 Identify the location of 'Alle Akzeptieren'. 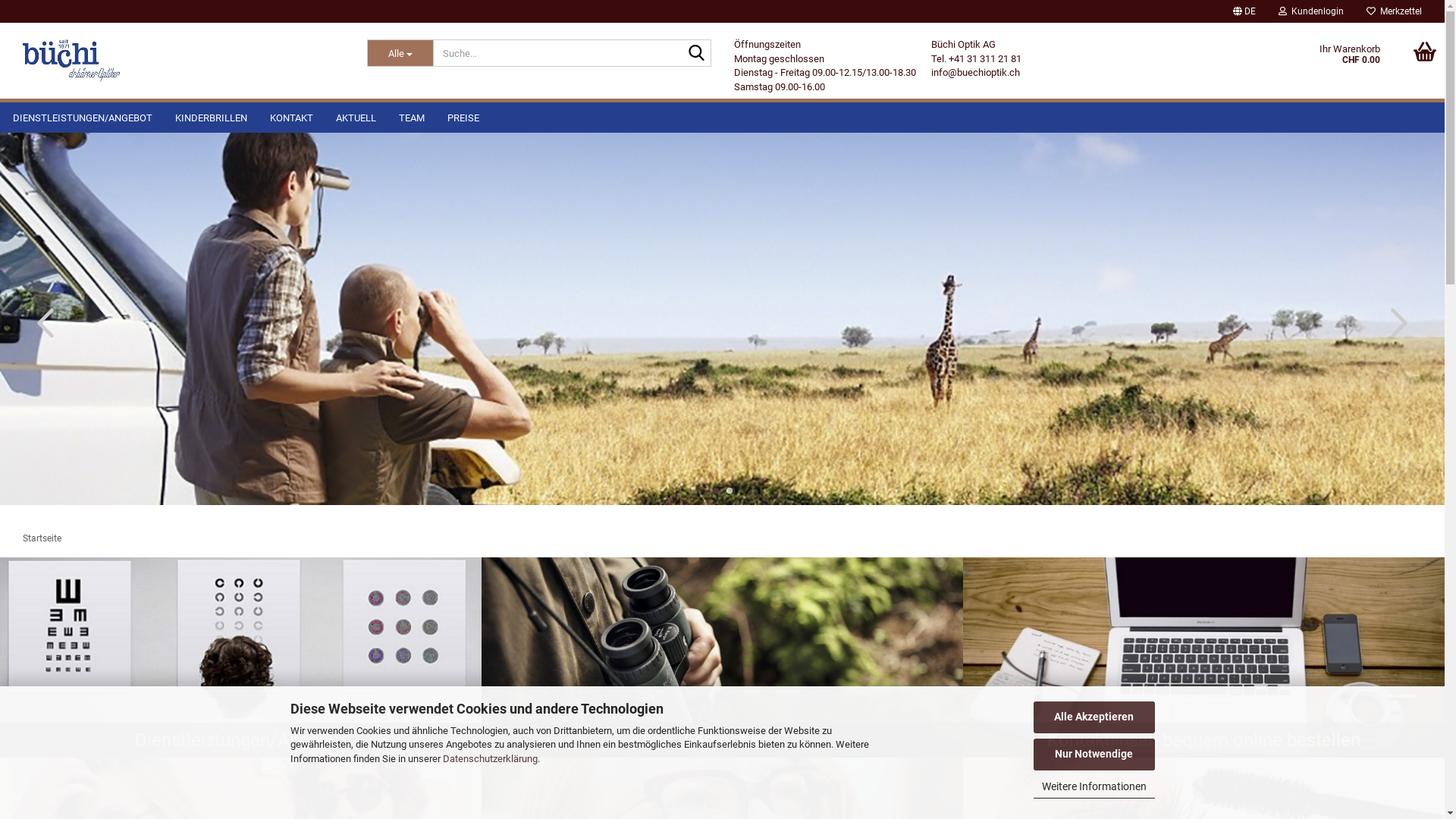
(1093, 717).